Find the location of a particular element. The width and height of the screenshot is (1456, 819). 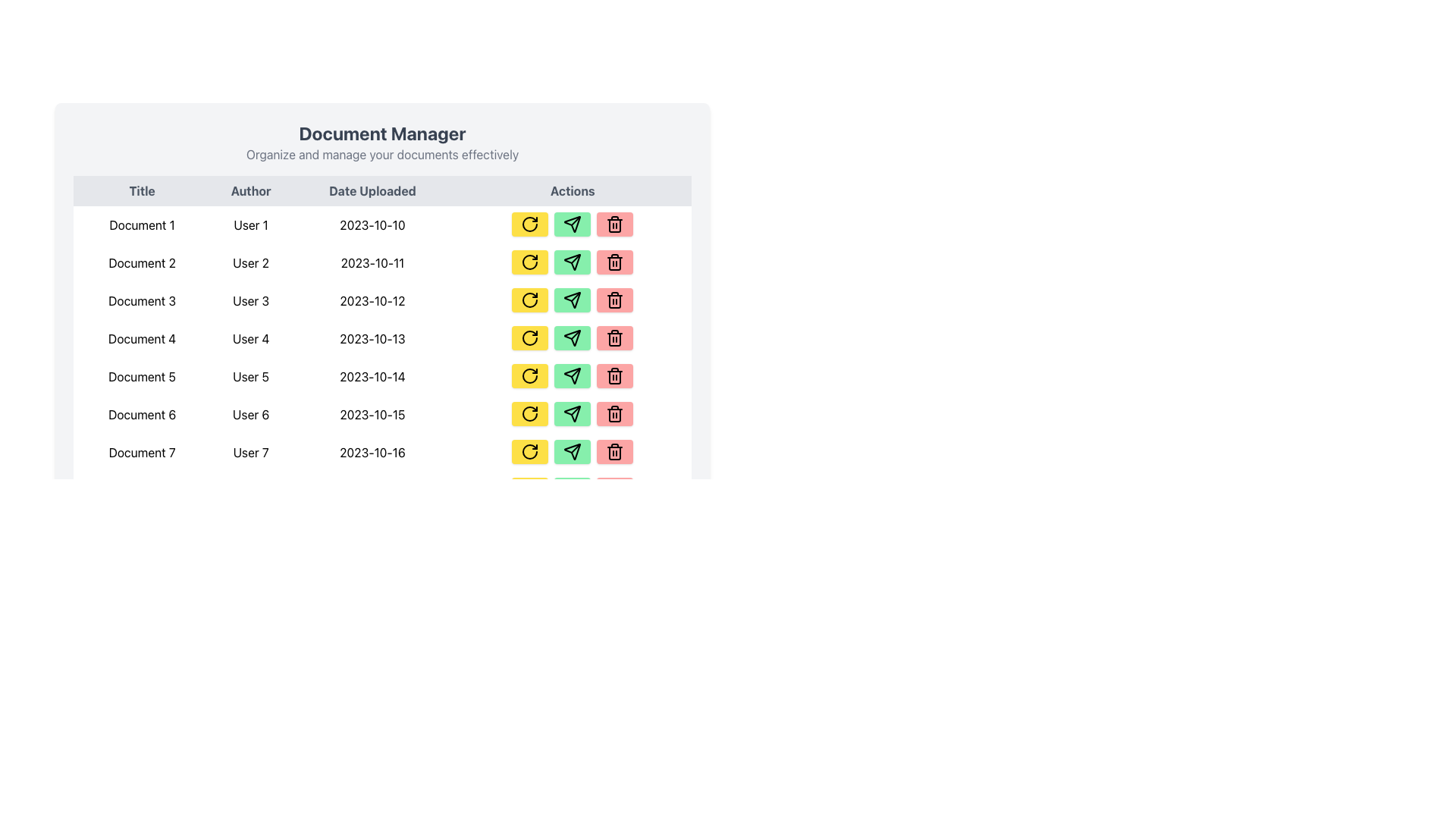

the text label displaying the date '2023-10-13' in the 'Date Uploaded' column of the document table, as it may be interactive is located at coordinates (372, 338).